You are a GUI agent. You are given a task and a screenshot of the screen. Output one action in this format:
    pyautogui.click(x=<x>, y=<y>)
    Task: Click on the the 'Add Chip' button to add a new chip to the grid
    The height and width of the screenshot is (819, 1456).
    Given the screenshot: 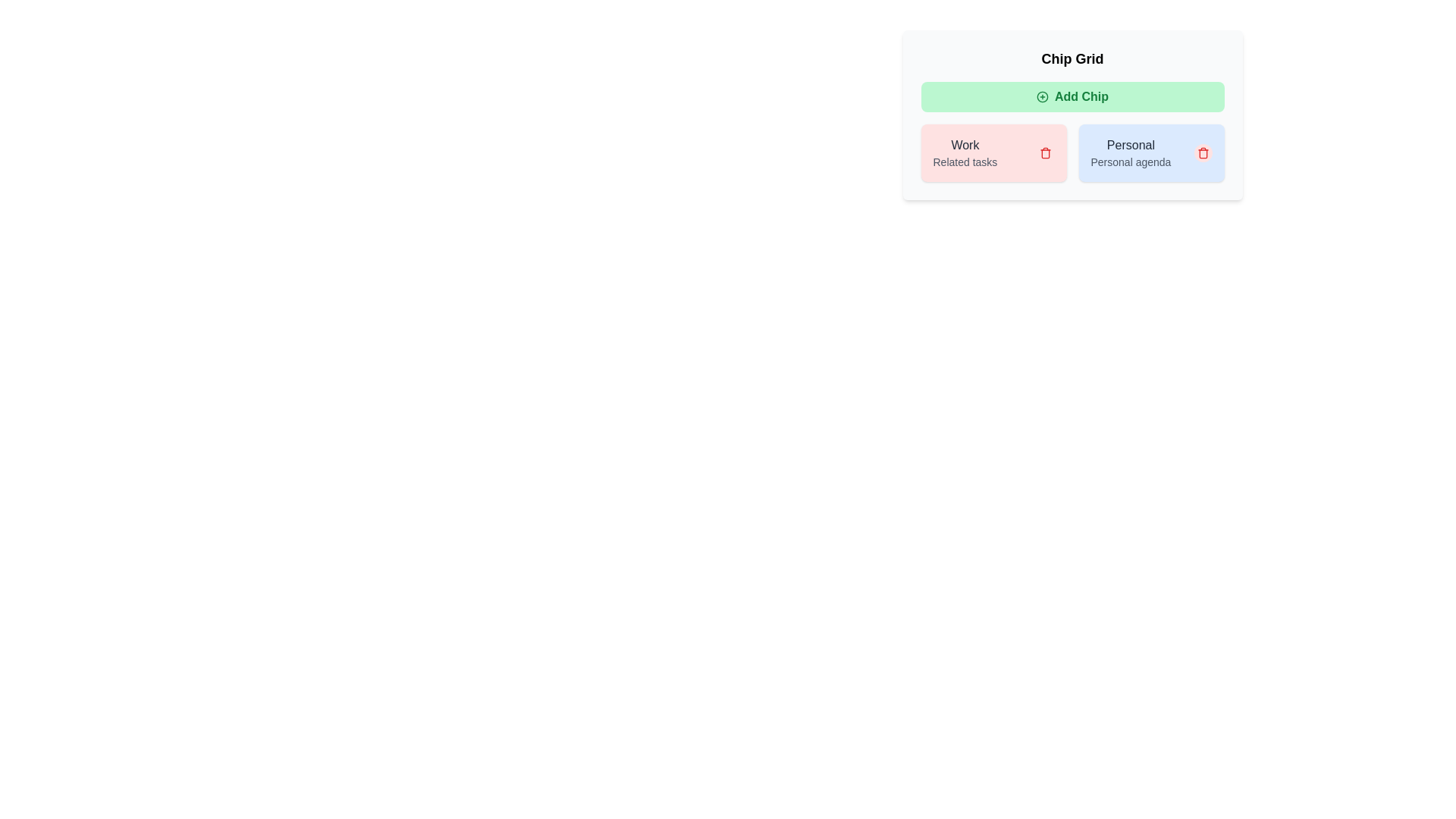 What is the action you would take?
    pyautogui.click(x=1072, y=96)
    